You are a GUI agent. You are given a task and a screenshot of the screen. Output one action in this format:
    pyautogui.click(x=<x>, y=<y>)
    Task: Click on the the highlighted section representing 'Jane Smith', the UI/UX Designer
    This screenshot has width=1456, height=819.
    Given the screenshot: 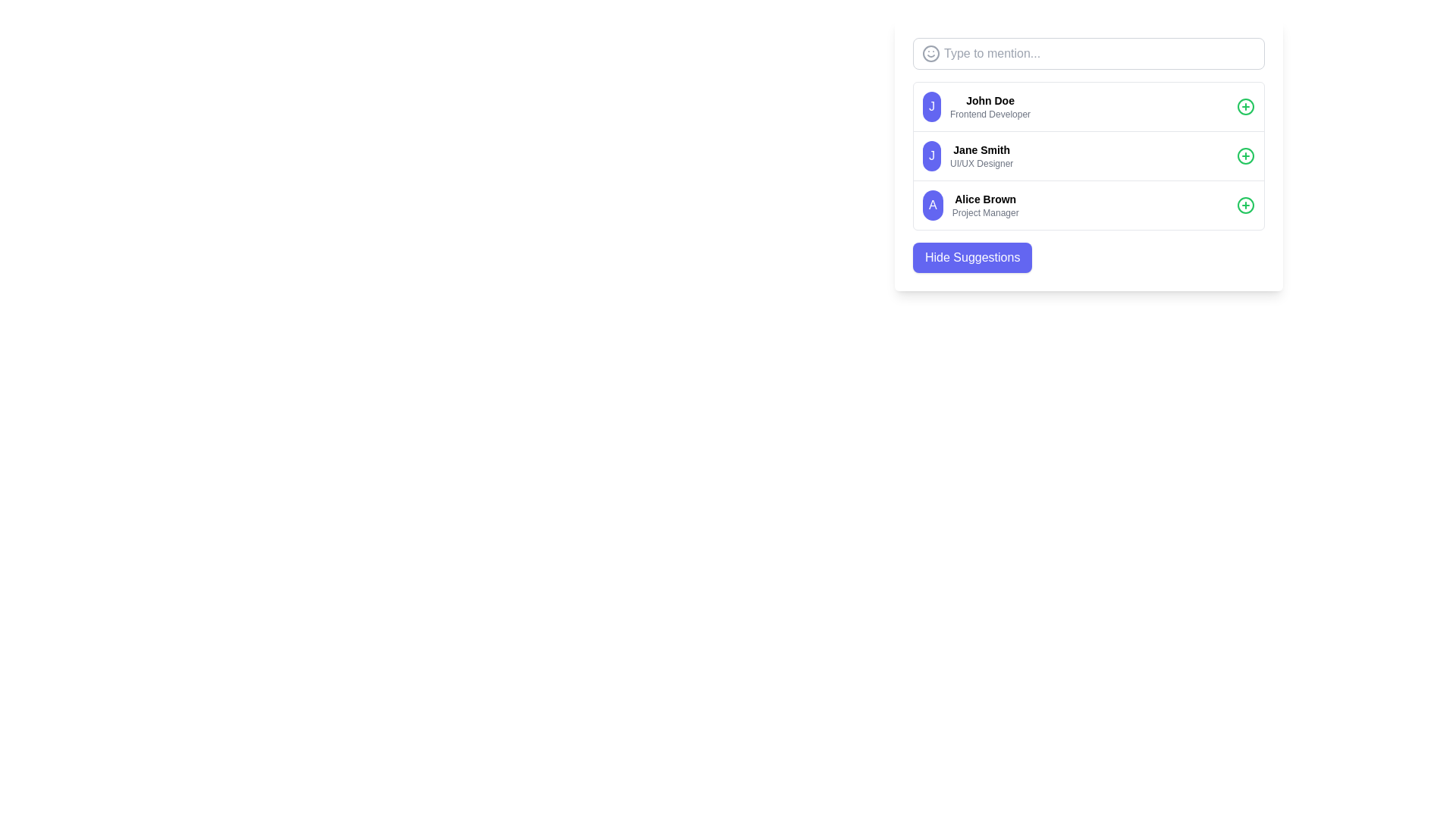 What is the action you would take?
    pyautogui.click(x=1087, y=155)
    